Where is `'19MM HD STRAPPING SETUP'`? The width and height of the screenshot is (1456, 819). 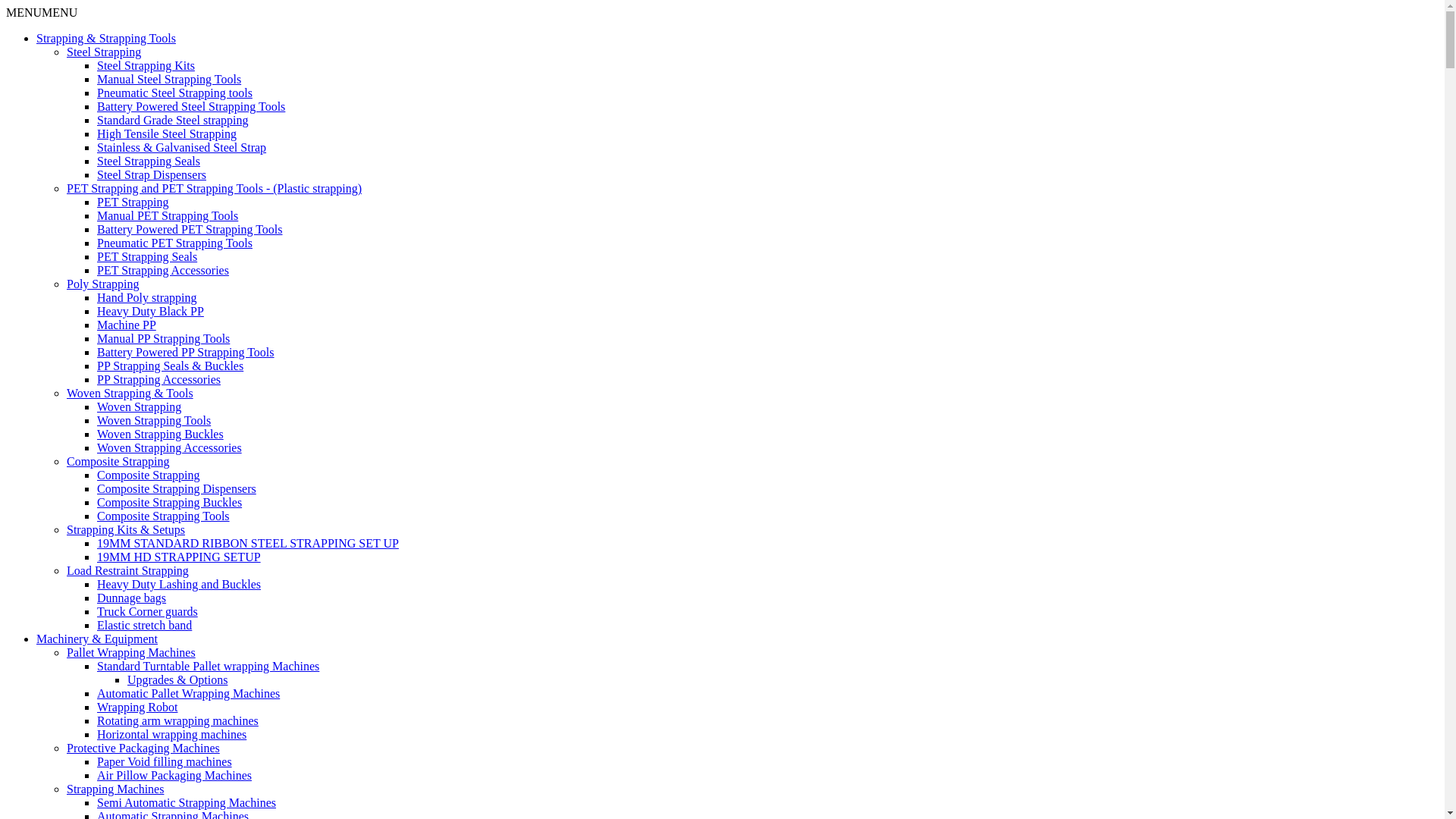
'19MM HD STRAPPING SETUP' is located at coordinates (178, 557).